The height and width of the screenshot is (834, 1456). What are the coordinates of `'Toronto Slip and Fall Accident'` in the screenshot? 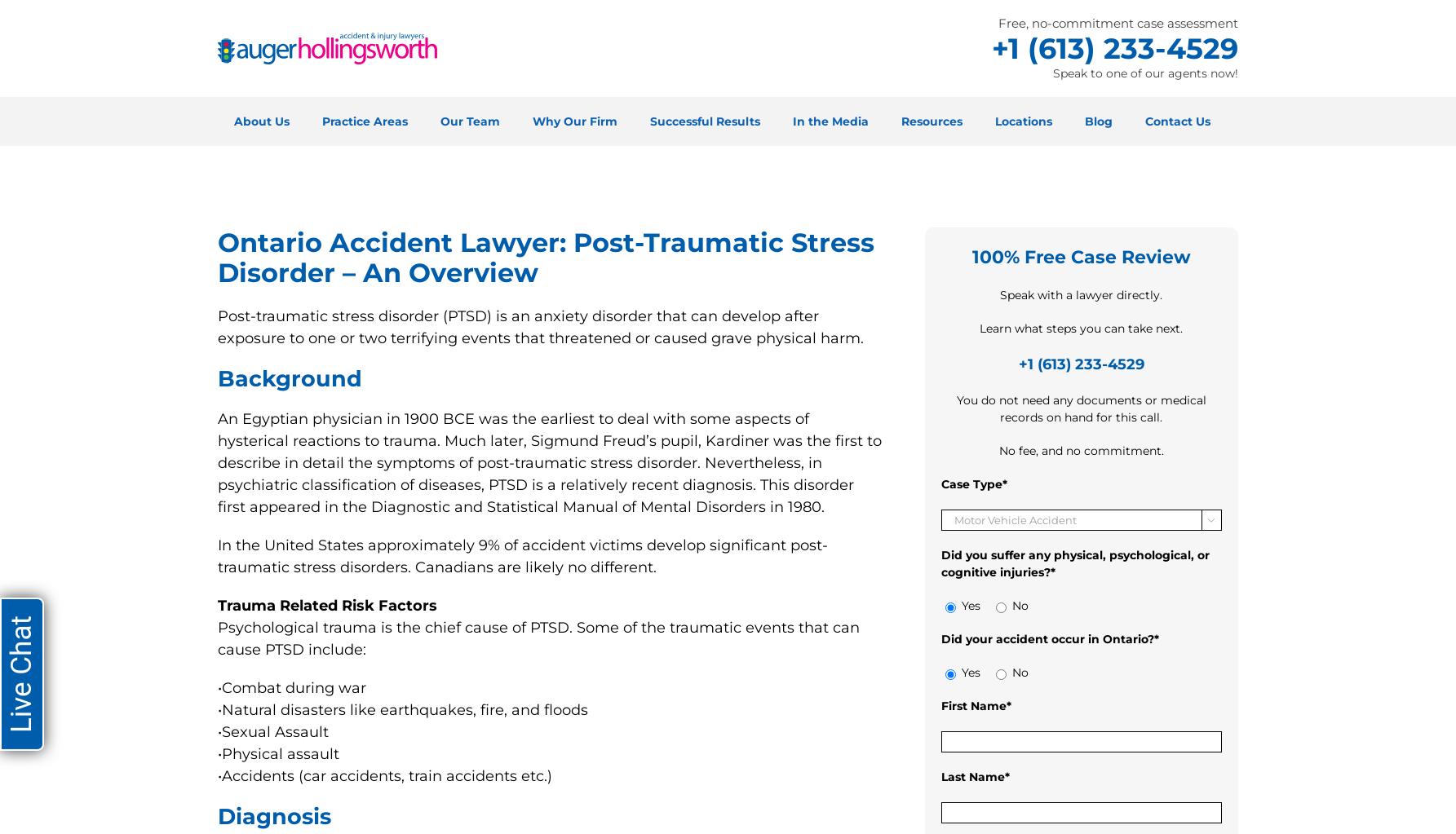 It's located at (790, 613).